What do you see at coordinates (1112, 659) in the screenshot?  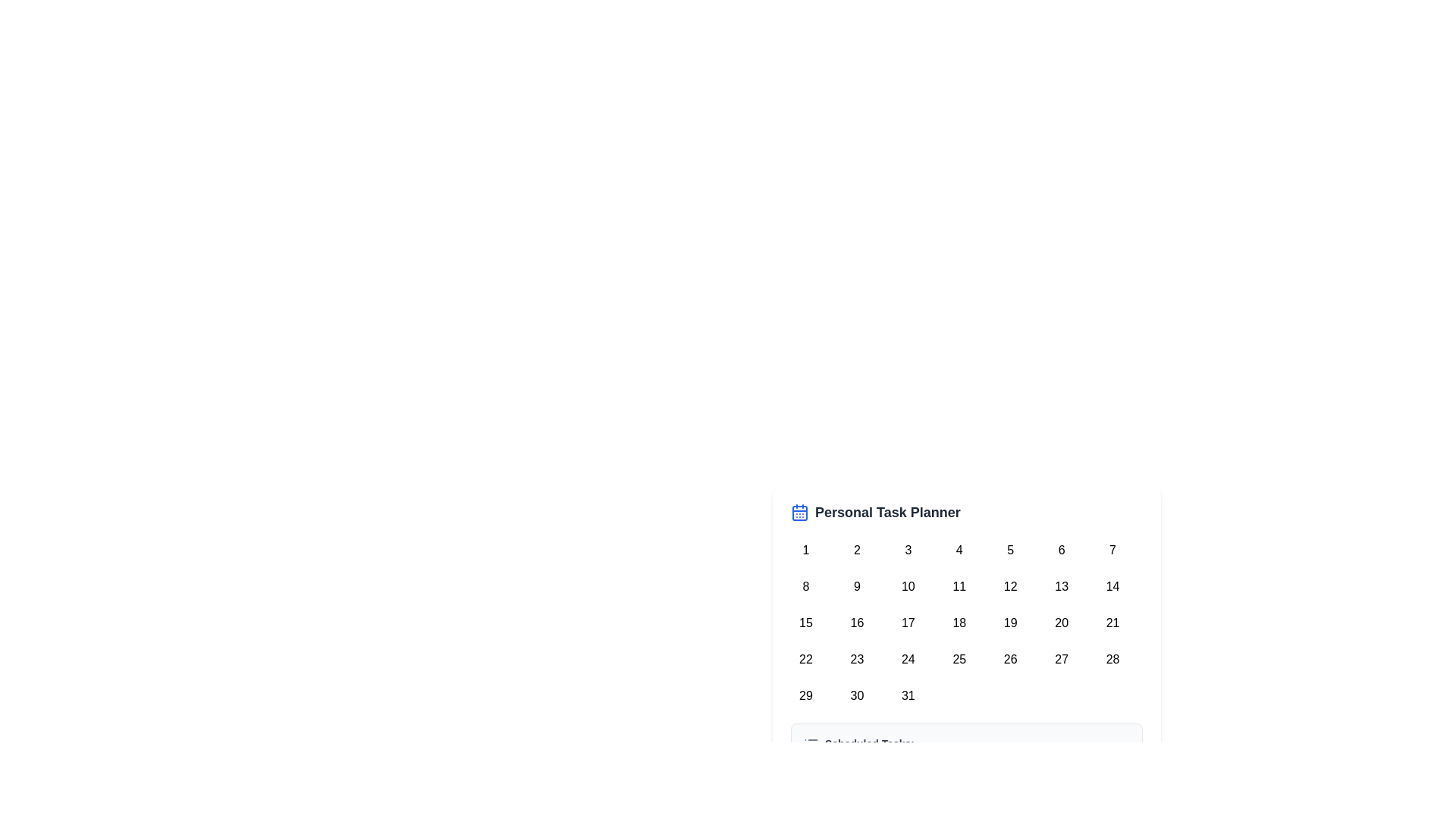 I see `the circular button representing the 28th day in the calendar view within the 'Personal Task Planner' to trigger the hover effect` at bounding box center [1112, 659].